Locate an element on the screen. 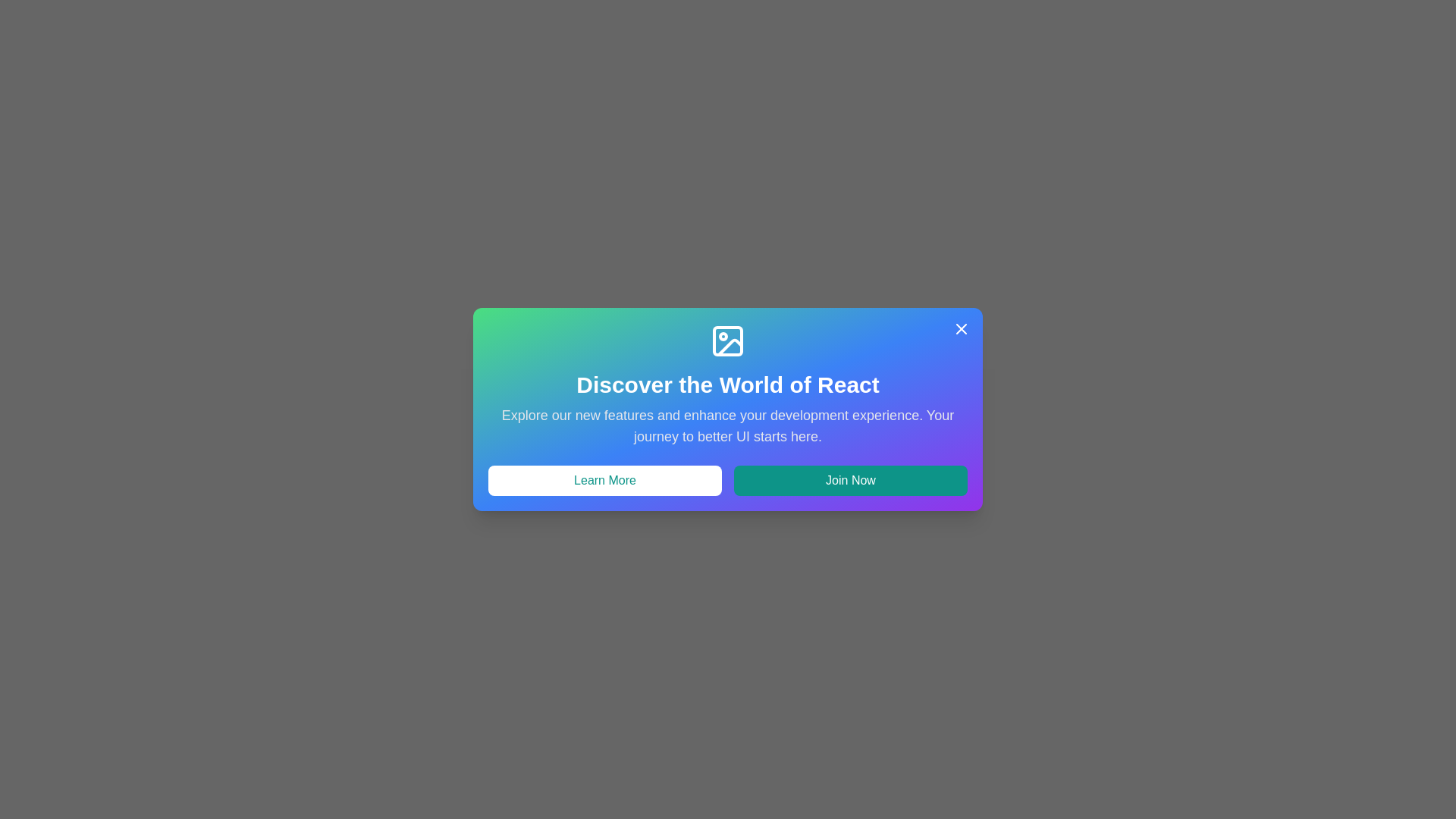 The height and width of the screenshot is (819, 1456). the close button at the top-right corner of the dialog to close it is located at coordinates (960, 328).